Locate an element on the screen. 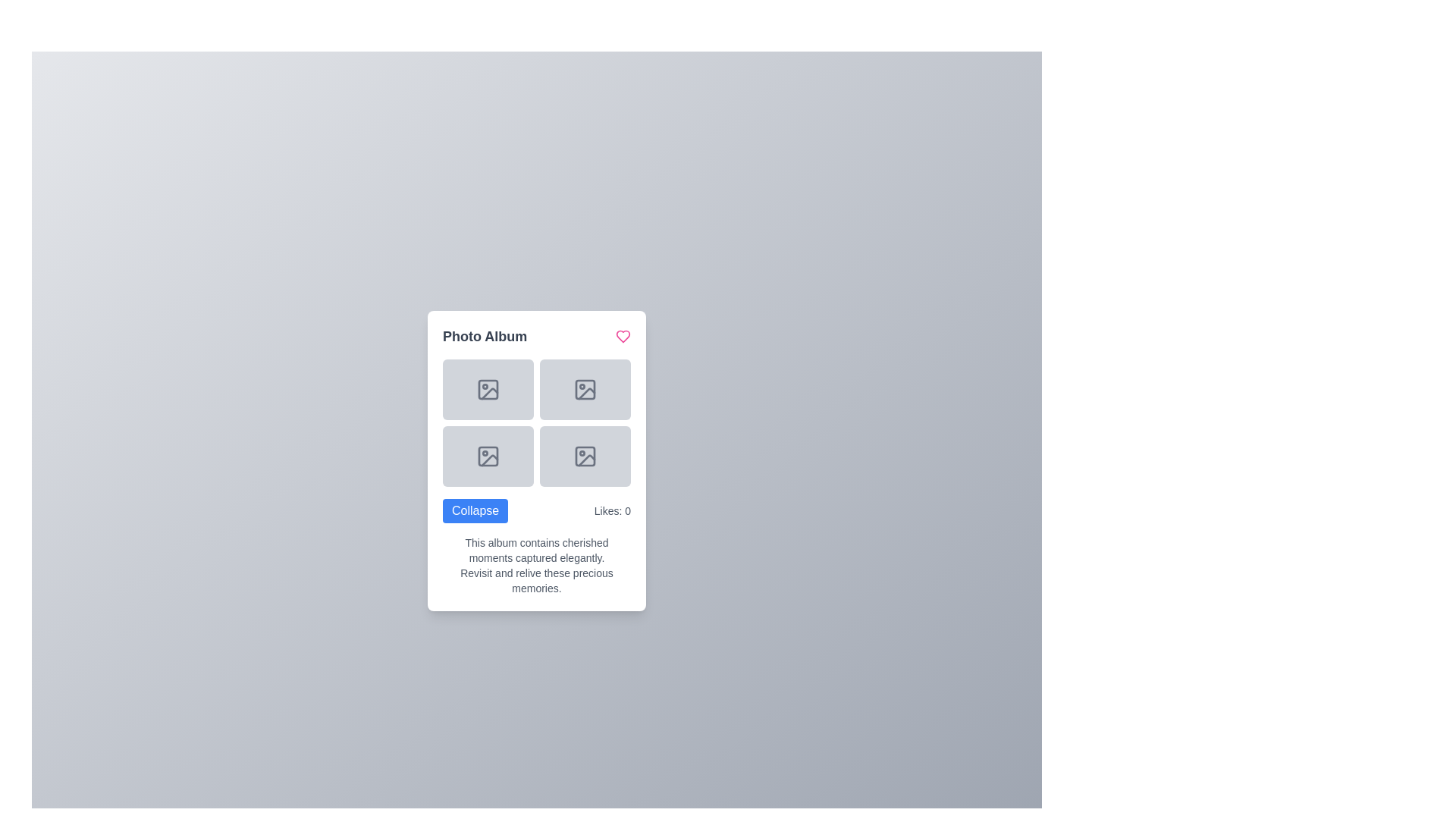 The image size is (1456, 819). the first button in the top-left corner of the photo album grid is located at coordinates (488, 388).